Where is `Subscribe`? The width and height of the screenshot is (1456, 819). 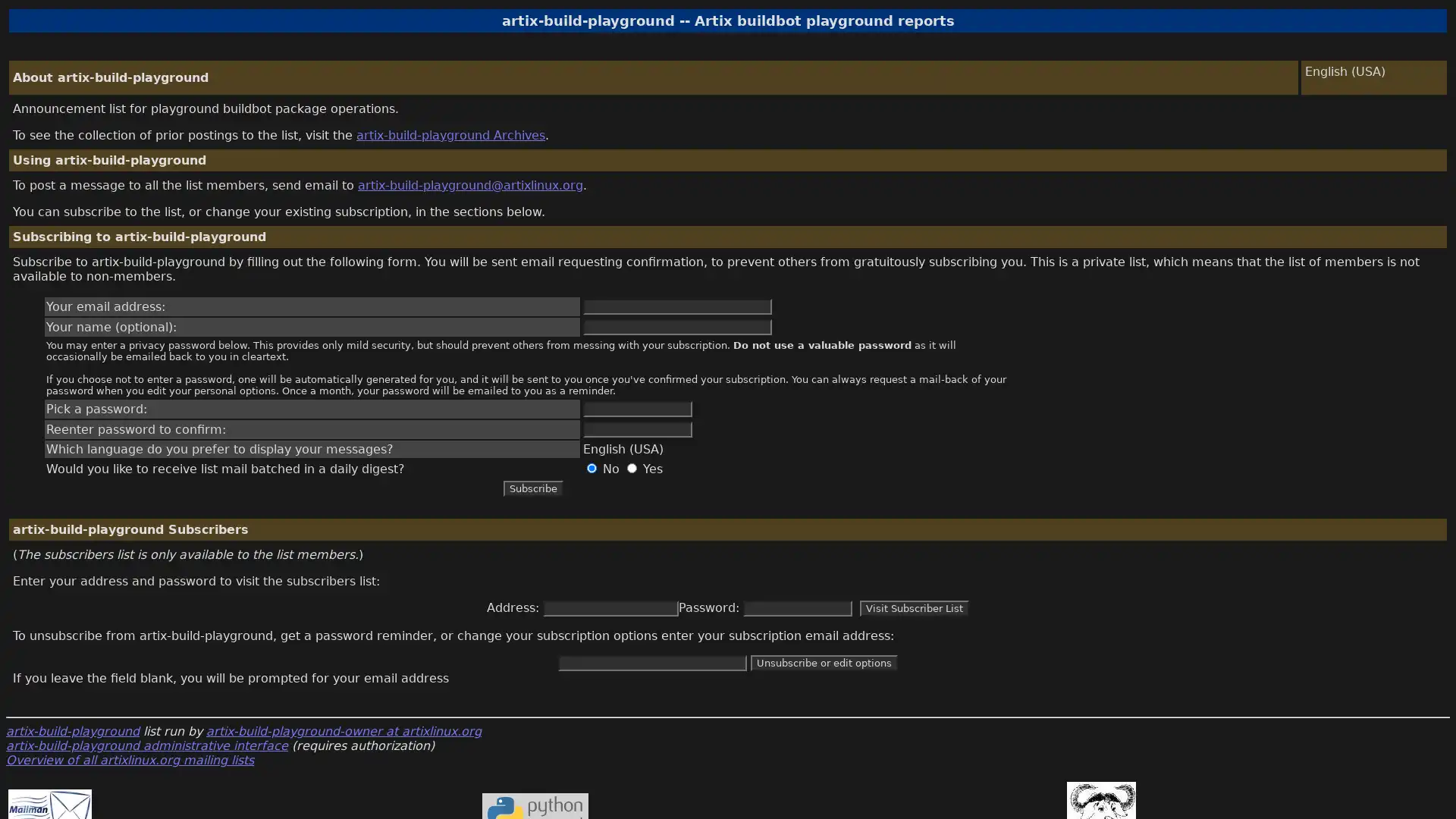
Subscribe is located at coordinates (532, 488).